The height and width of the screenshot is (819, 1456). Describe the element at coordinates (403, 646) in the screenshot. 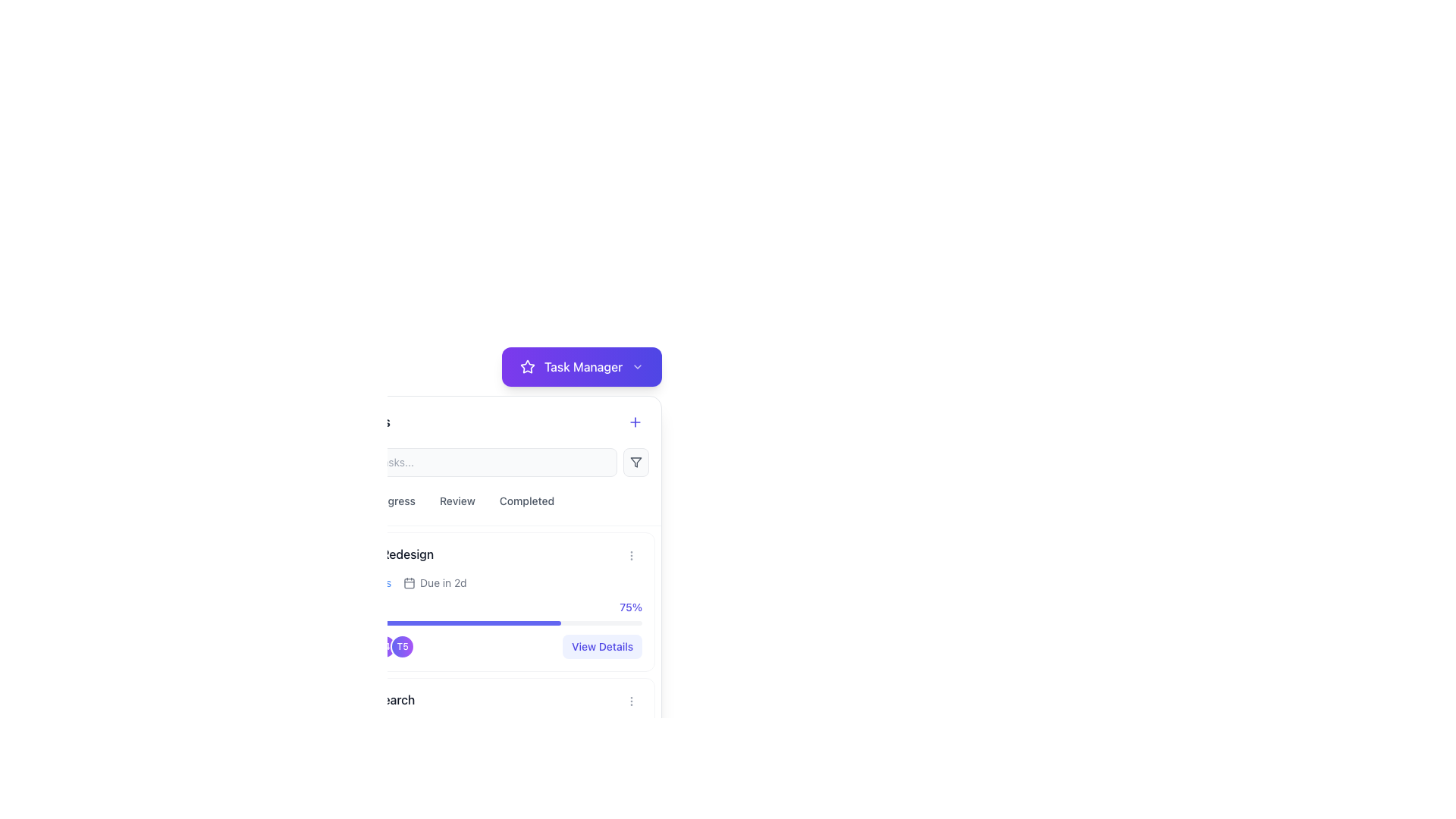

I see `the Avatar Badge, which is a small circle with a gradient color background transitioning from indigo to purple and features the white text 'T5' in the center, to see more details` at that location.